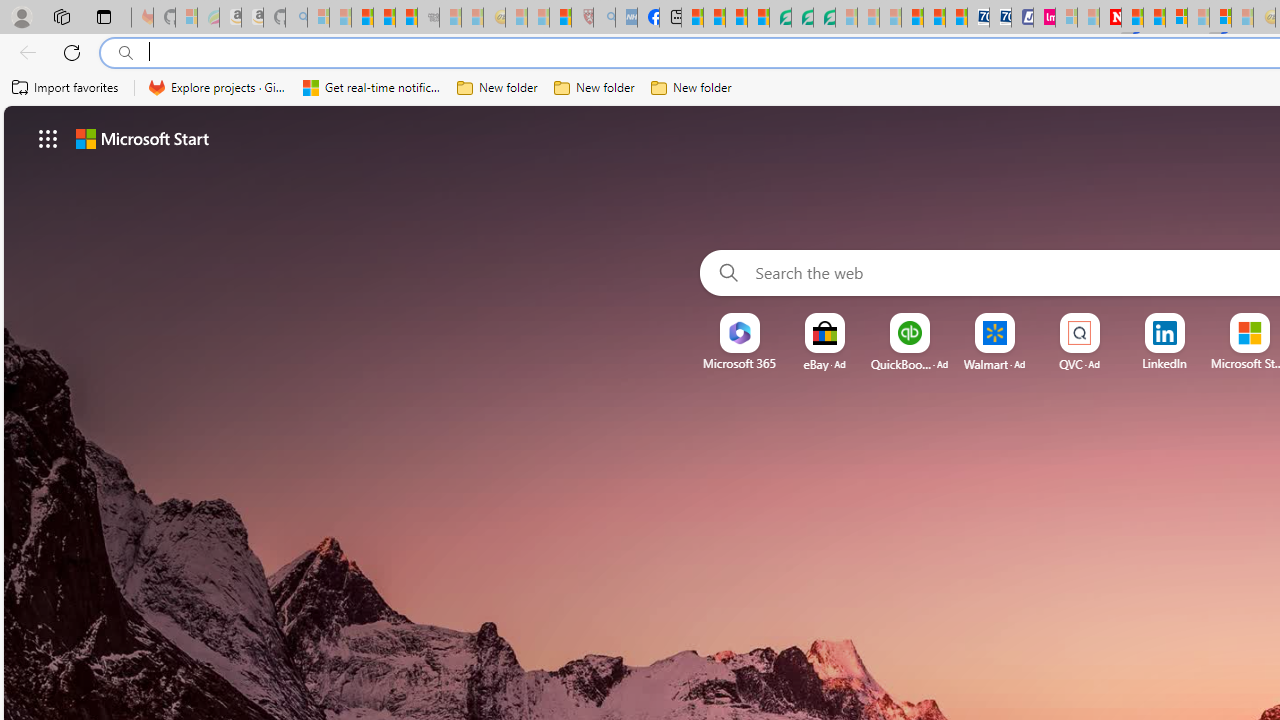 The height and width of the screenshot is (720, 1280). What do you see at coordinates (824, 17) in the screenshot?
I see `'Microsoft Word - consumer-privacy address update 2.2021'` at bounding box center [824, 17].